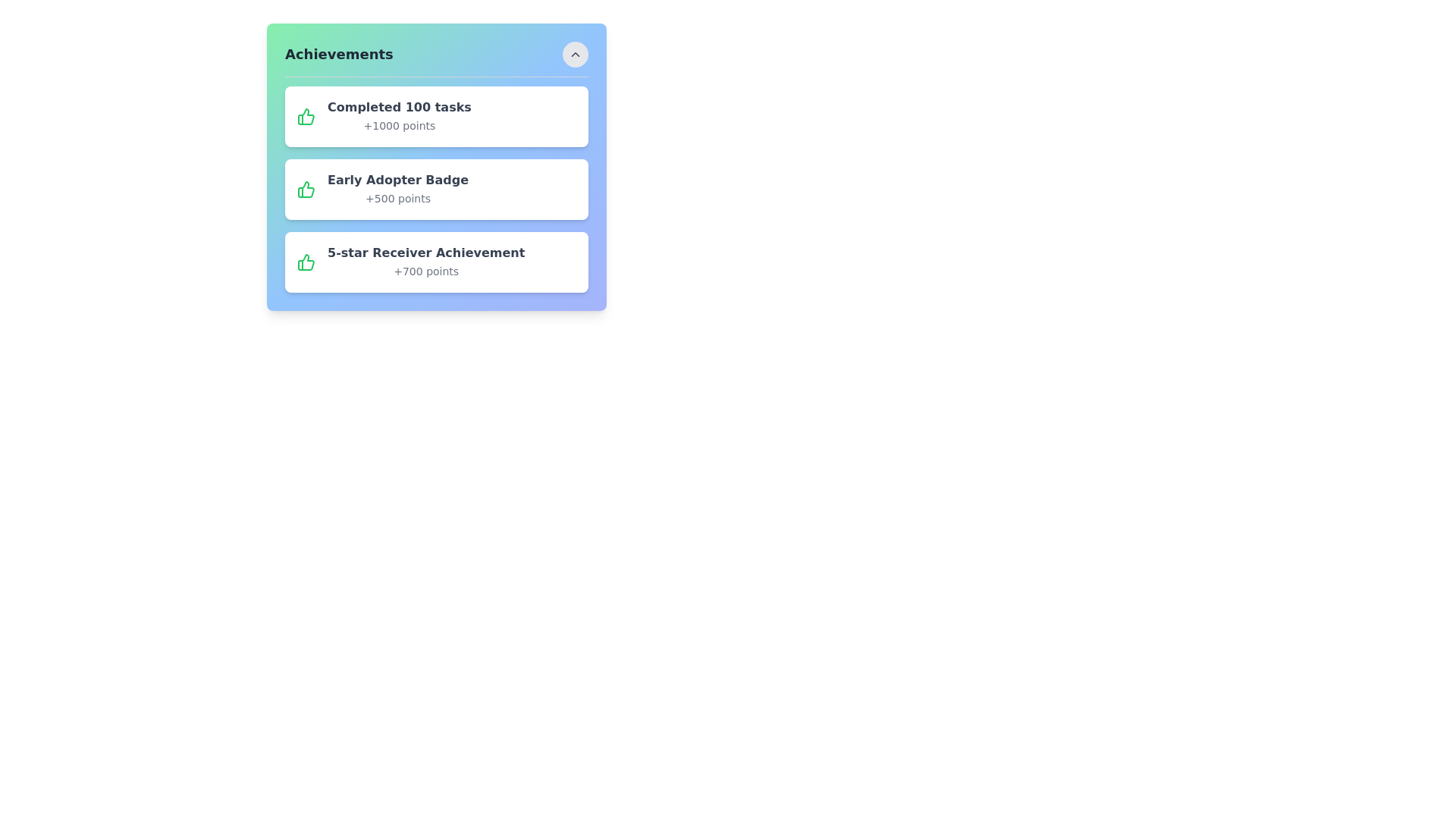 This screenshot has width=1456, height=819. What do you see at coordinates (436, 167) in the screenshot?
I see `the 'Early Adopter Badge' card within the Information card, which has a gradated blue-green background and is the second card under 'Achievements'` at bounding box center [436, 167].